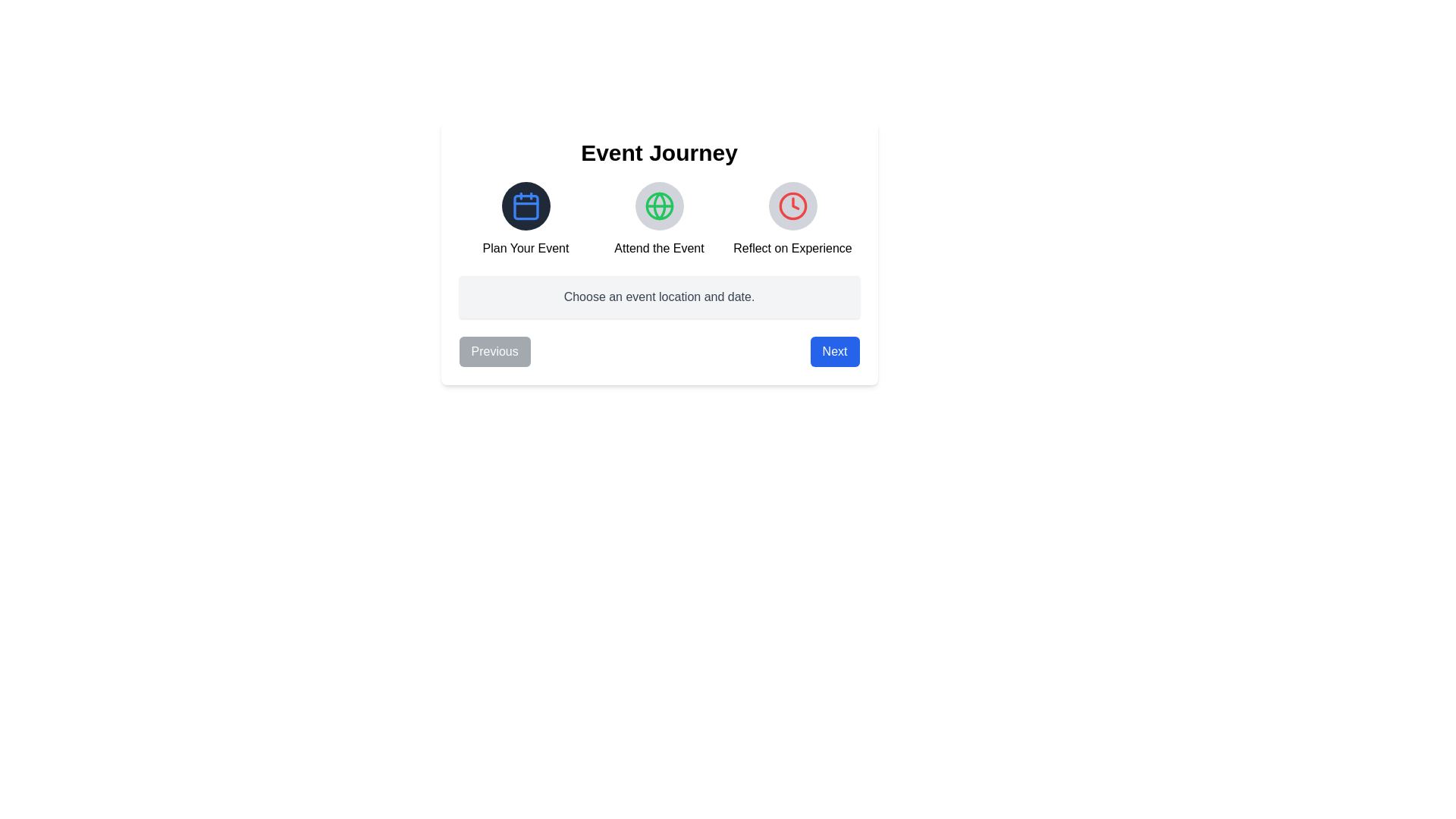 The image size is (1456, 819). Describe the element at coordinates (833, 351) in the screenshot. I see `the 'Next' button to navigate to the next step` at that location.